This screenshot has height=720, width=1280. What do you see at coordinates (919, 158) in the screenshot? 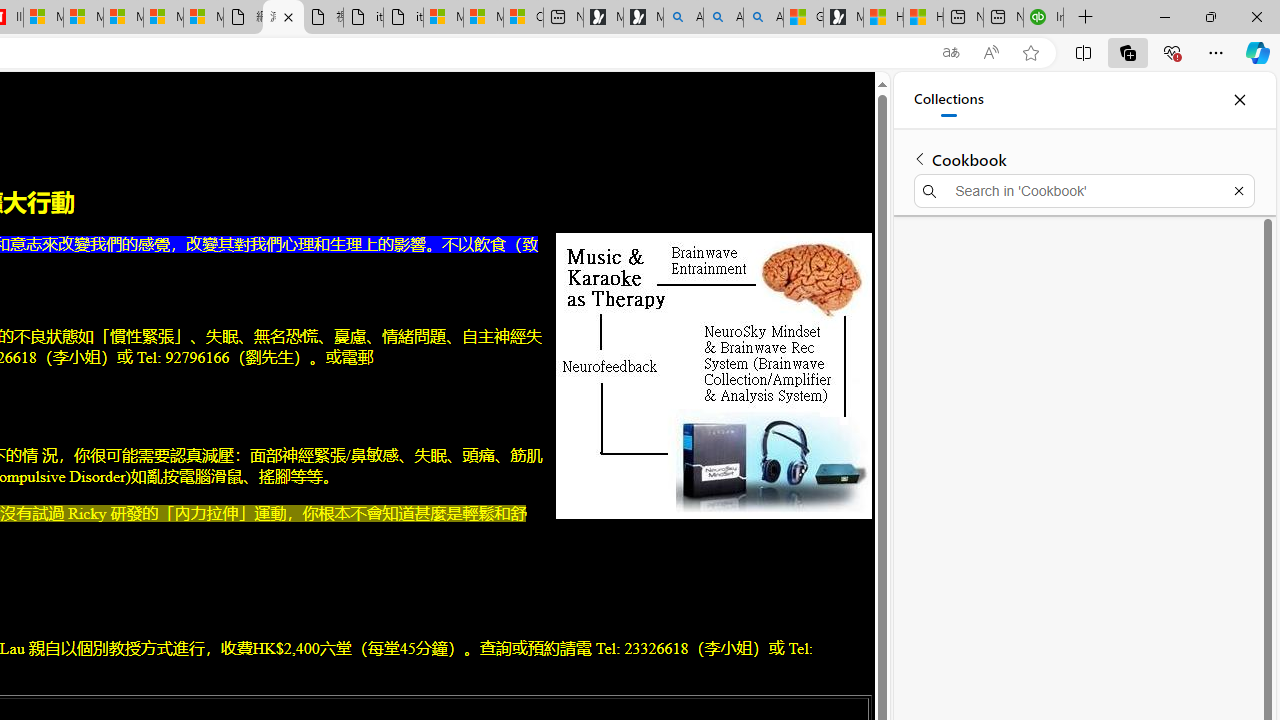
I see `'Back to list of collections'` at bounding box center [919, 158].